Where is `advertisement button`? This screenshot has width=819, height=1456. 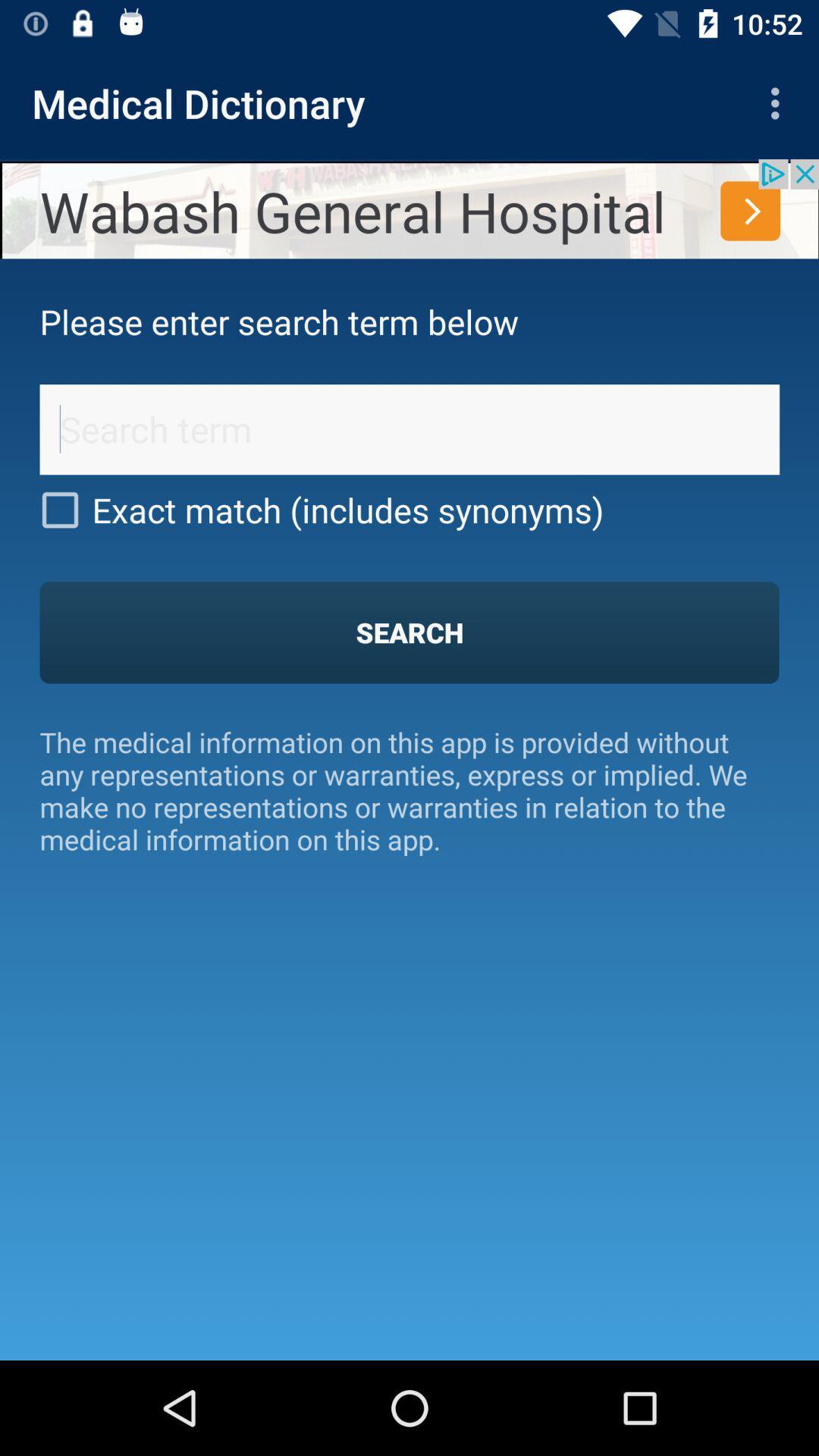 advertisement button is located at coordinates (409, 208).